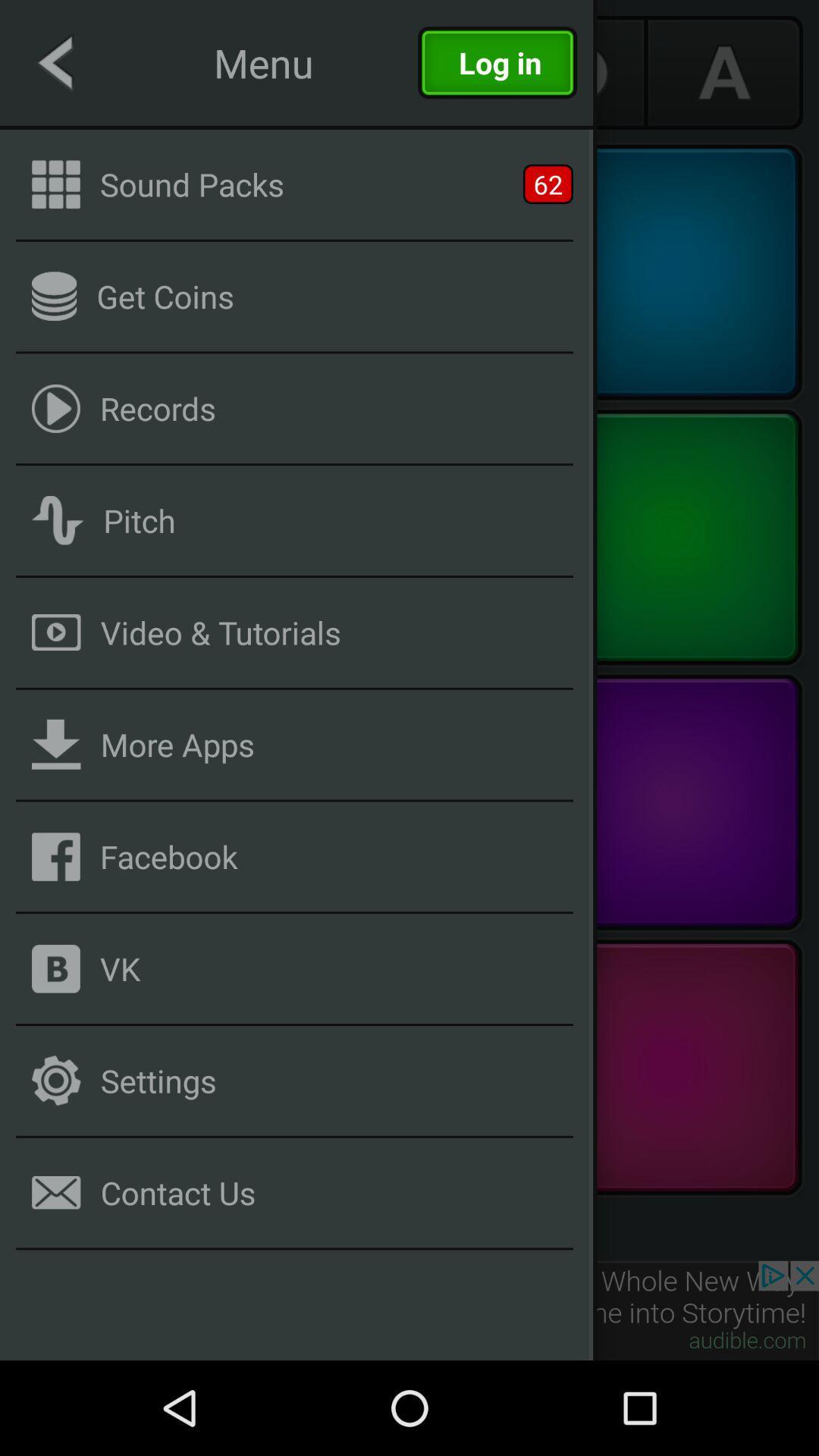 The image size is (819, 1456). What do you see at coordinates (723, 72) in the screenshot?
I see `the font icon` at bounding box center [723, 72].